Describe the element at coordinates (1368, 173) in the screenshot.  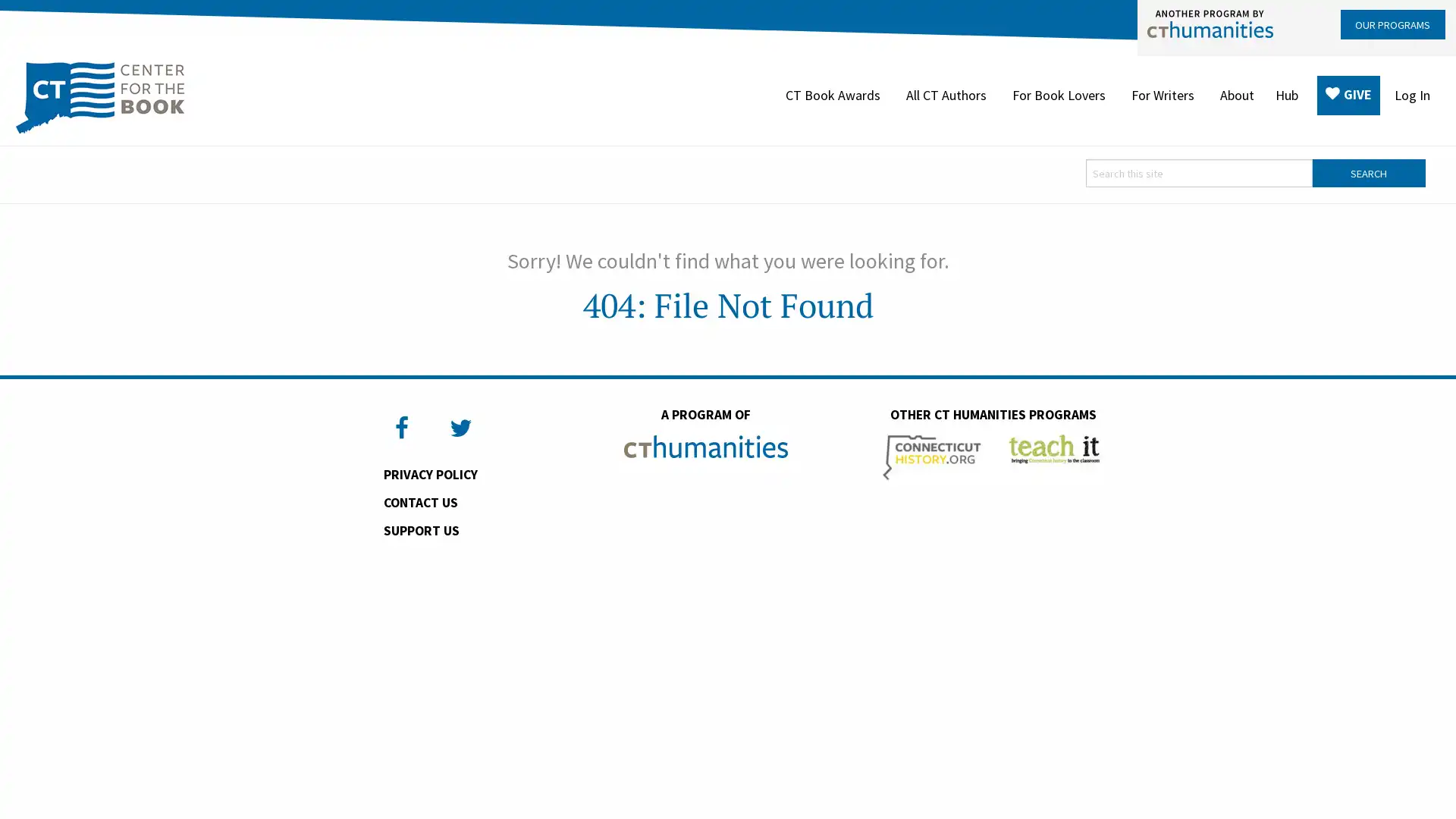
I see `Search` at that location.